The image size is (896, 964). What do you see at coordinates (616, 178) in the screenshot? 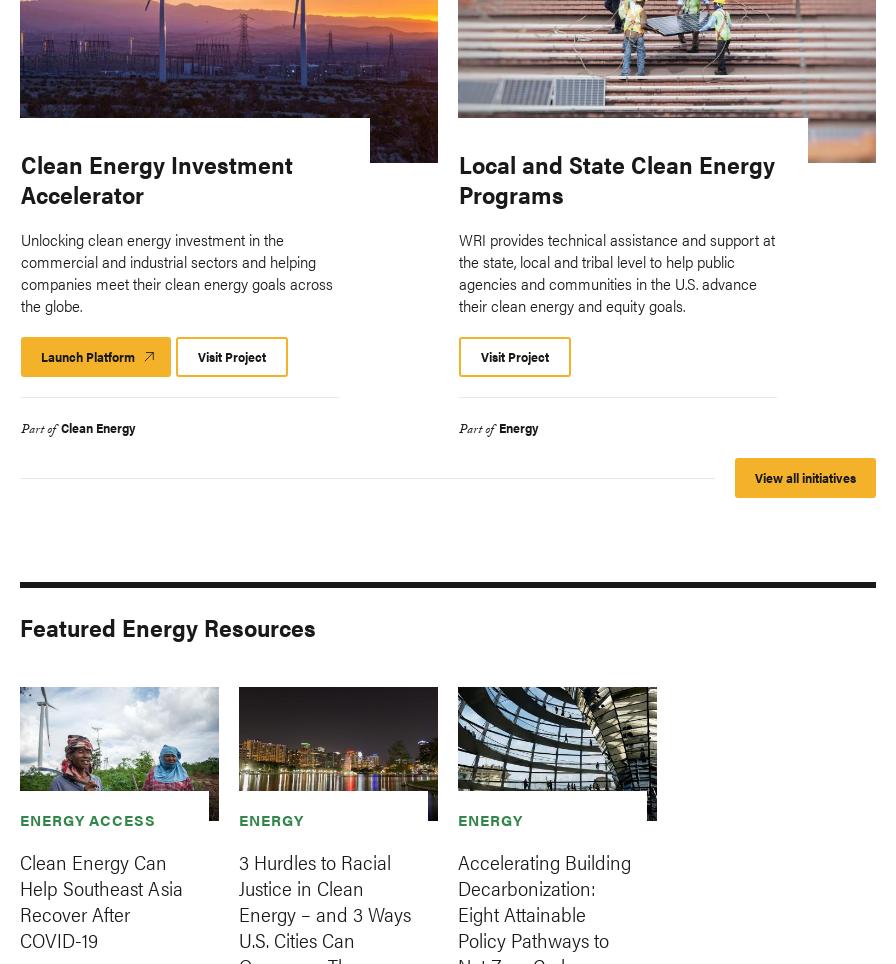
I see `'Local and State Clean Energy Programs'` at bounding box center [616, 178].